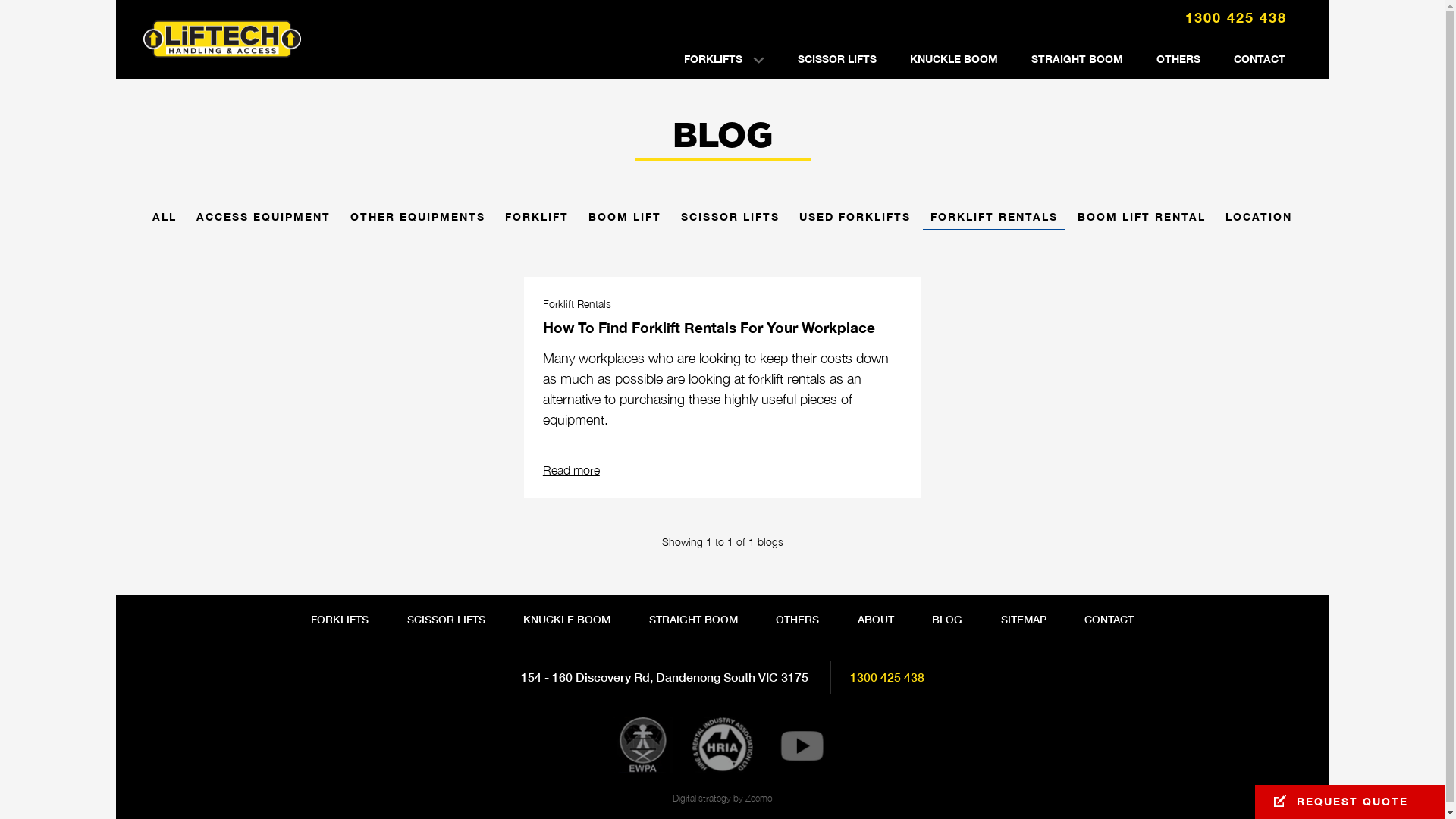  Describe the element at coordinates (730, 219) in the screenshot. I see `'SCISSOR LIFTS'` at that location.